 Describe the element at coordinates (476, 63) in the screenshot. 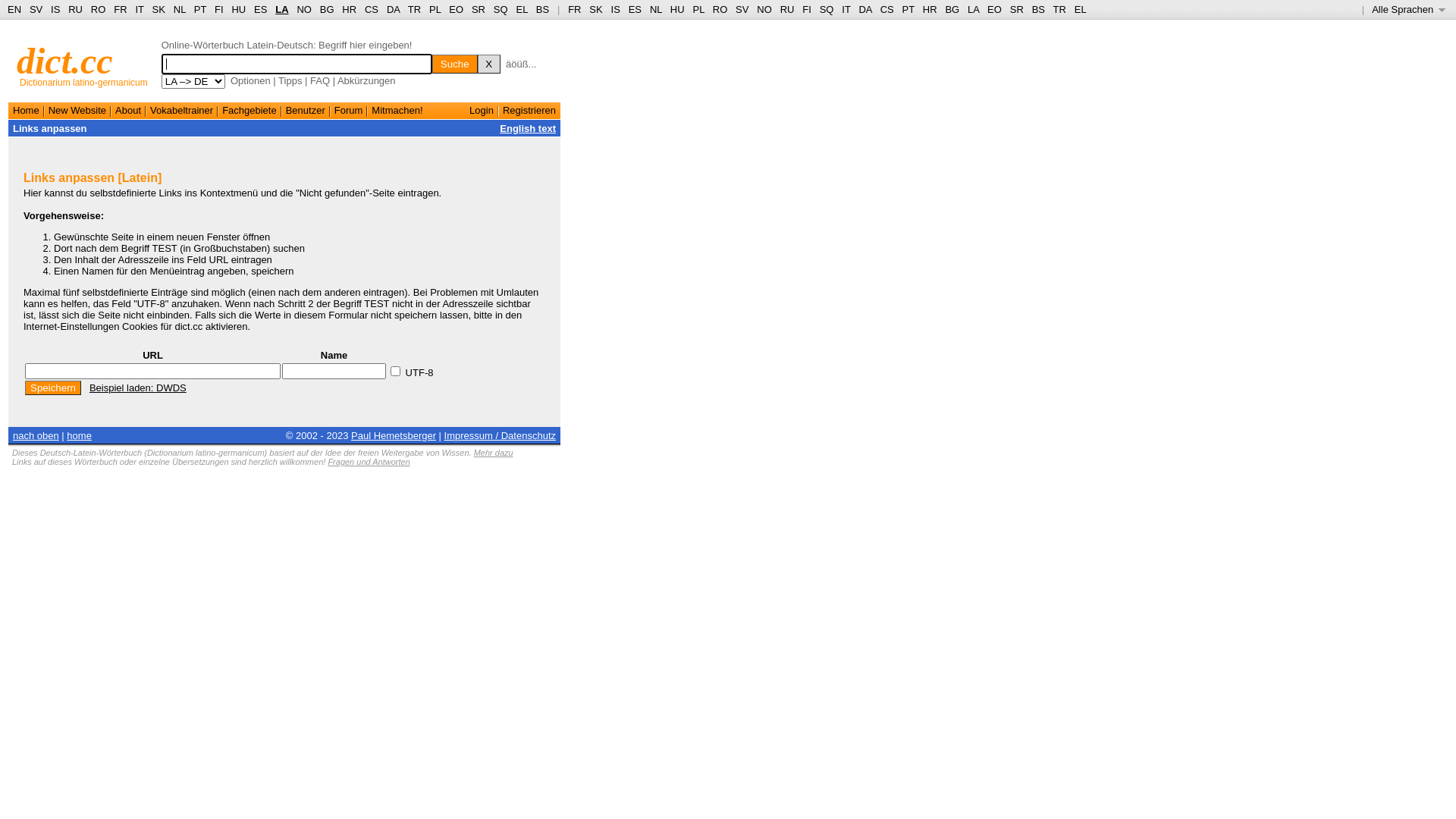

I see `'X'` at that location.